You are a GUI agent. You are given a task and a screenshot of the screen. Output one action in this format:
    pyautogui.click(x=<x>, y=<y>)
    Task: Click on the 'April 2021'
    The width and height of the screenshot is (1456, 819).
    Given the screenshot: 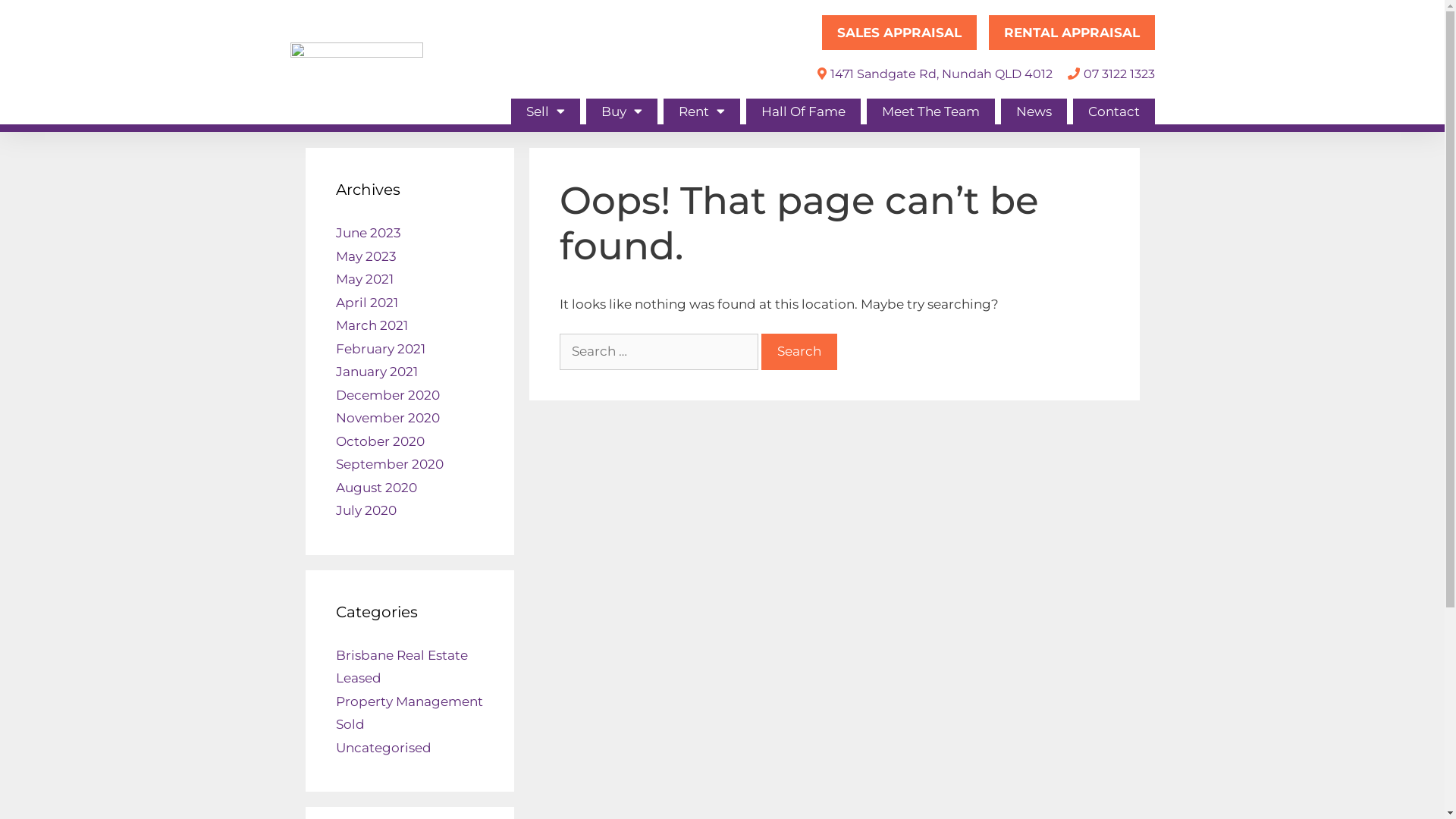 What is the action you would take?
    pyautogui.click(x=366, y=301)
    